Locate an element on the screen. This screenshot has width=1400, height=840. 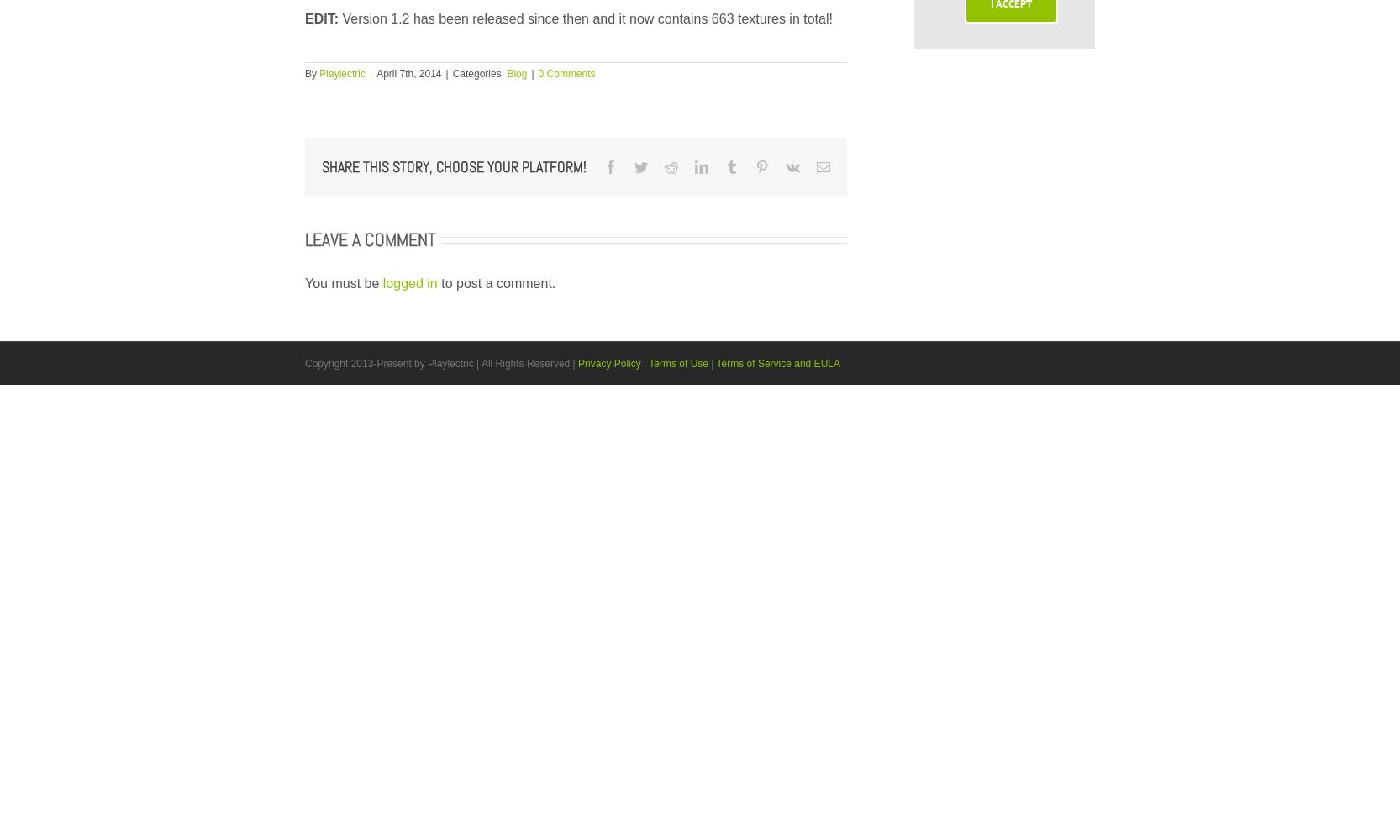
'Privacy Policy' is located at coordinates (609, 363).